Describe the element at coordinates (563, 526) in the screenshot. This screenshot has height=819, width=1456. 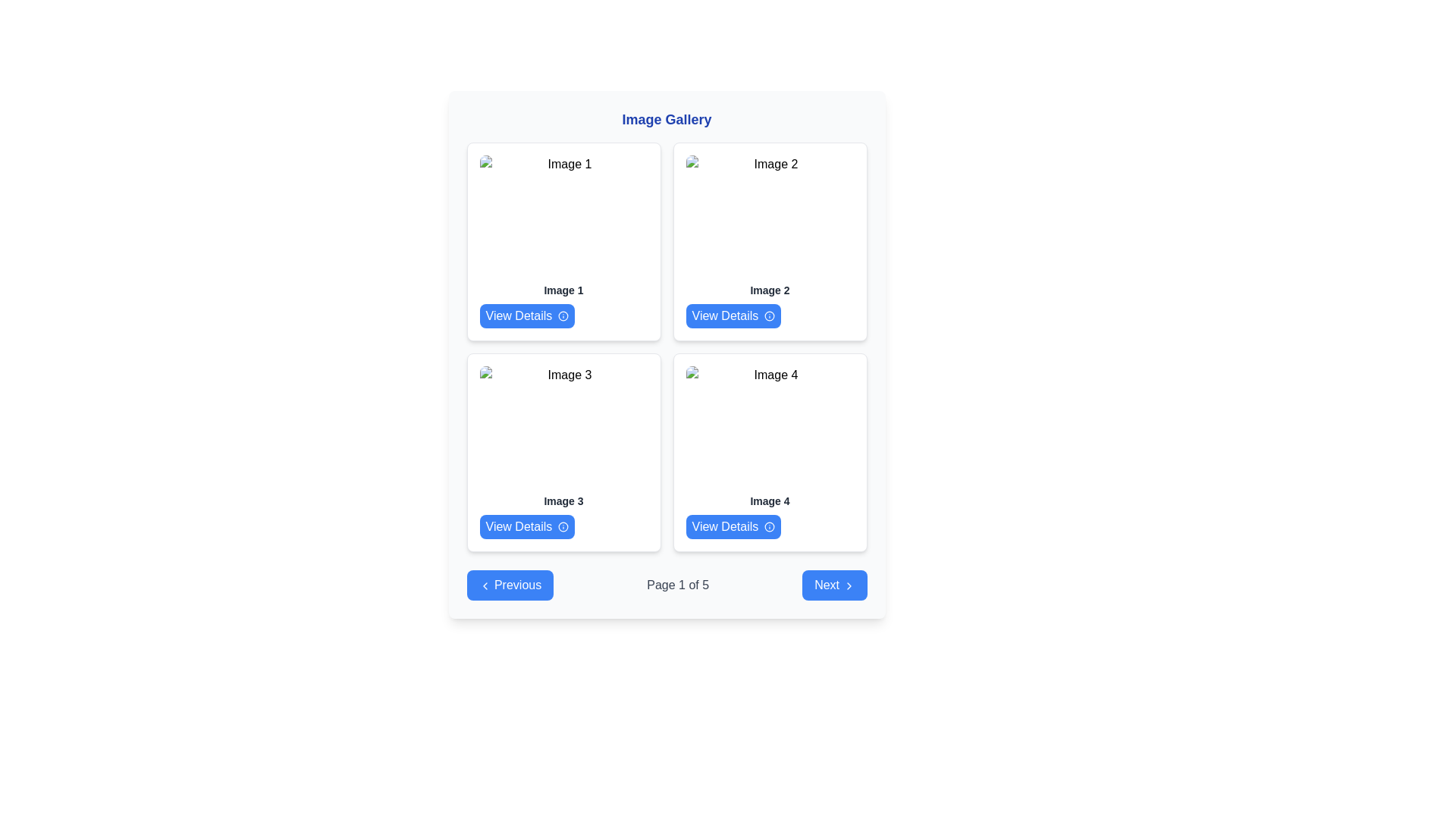
I see `the outermost circular SVG element that is part of an icon located above the 'View Details' button of the third item in the grid layout` at that location.